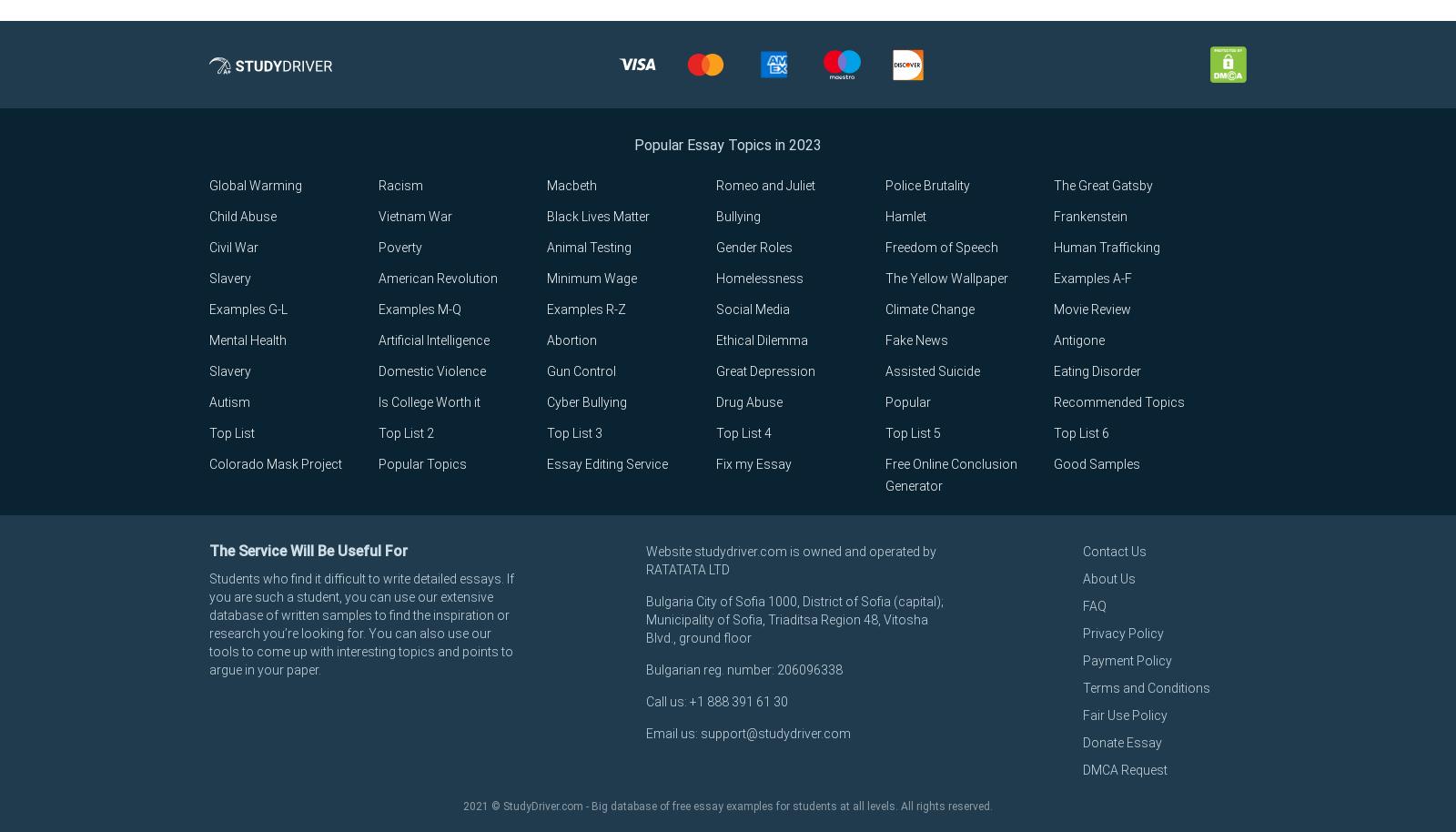  What do you see at coordinates (1054, 279) in the screenshot?
I see `'Examples A-F'` at bounding box center [1054, 279].